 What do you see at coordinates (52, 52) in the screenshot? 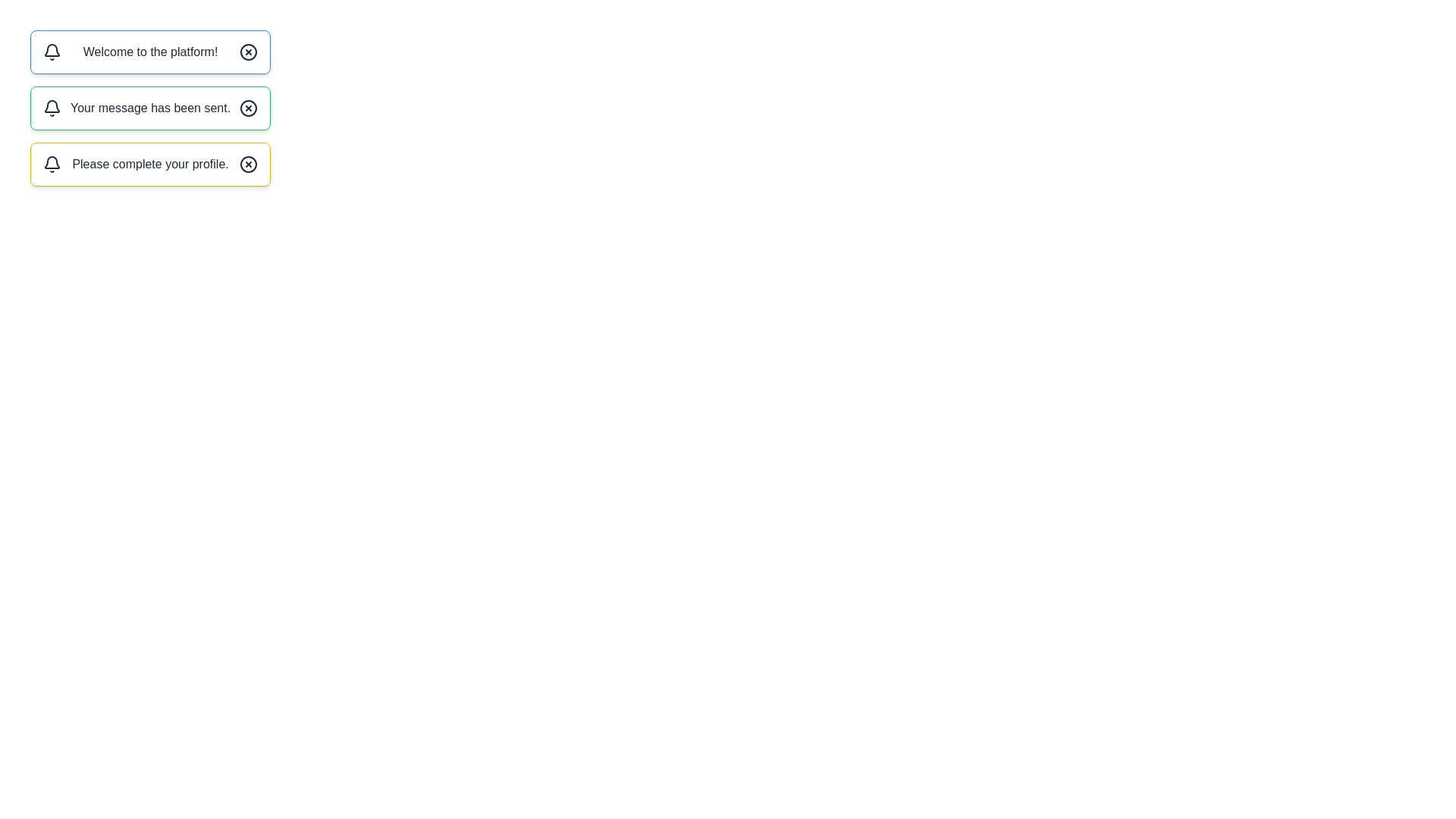
I see `the bell icon of the first message box` at bounding box center [52, 52].